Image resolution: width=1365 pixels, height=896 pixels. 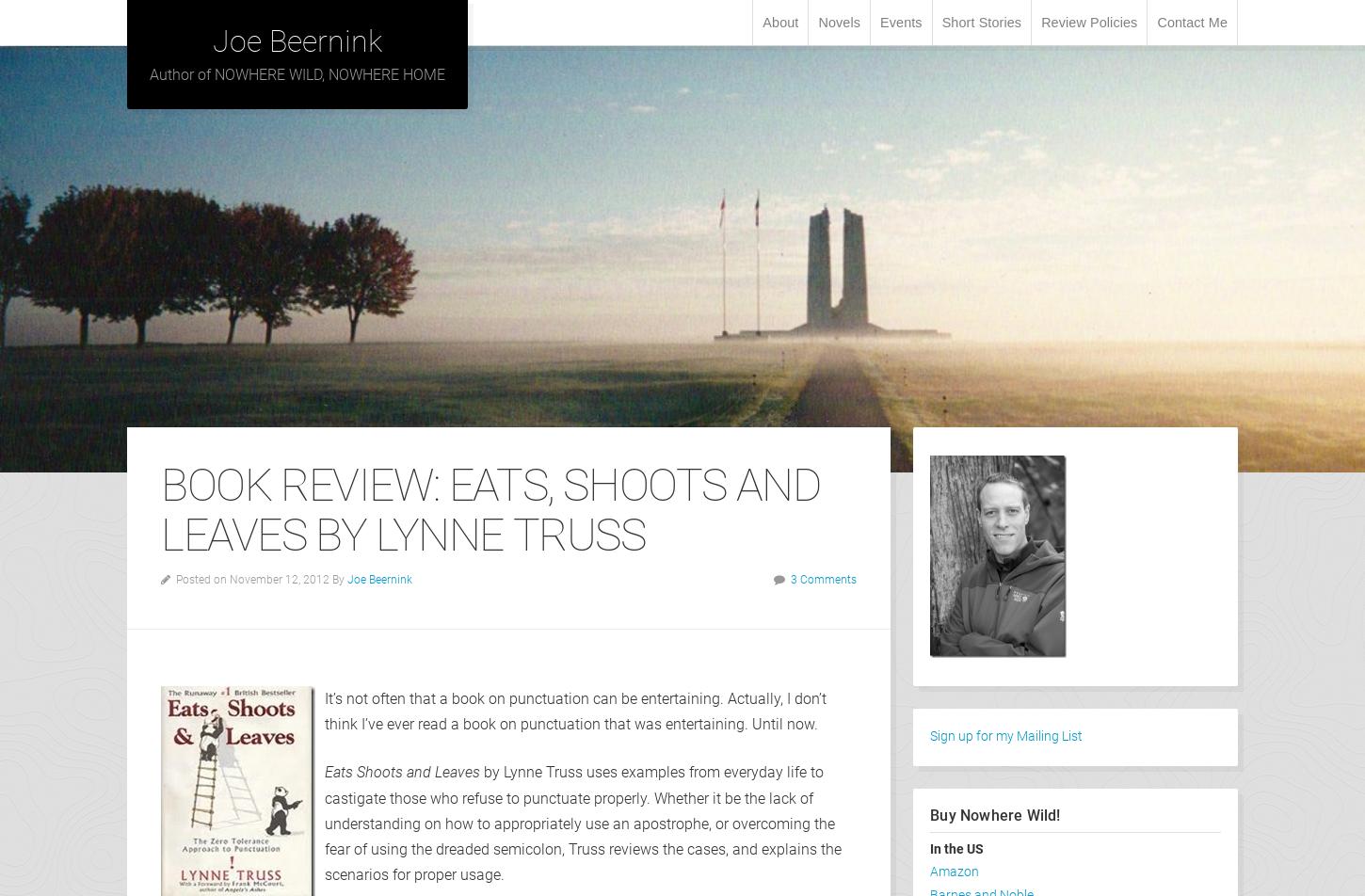 I want to click on 'In the US', so click(x=956, y=848).